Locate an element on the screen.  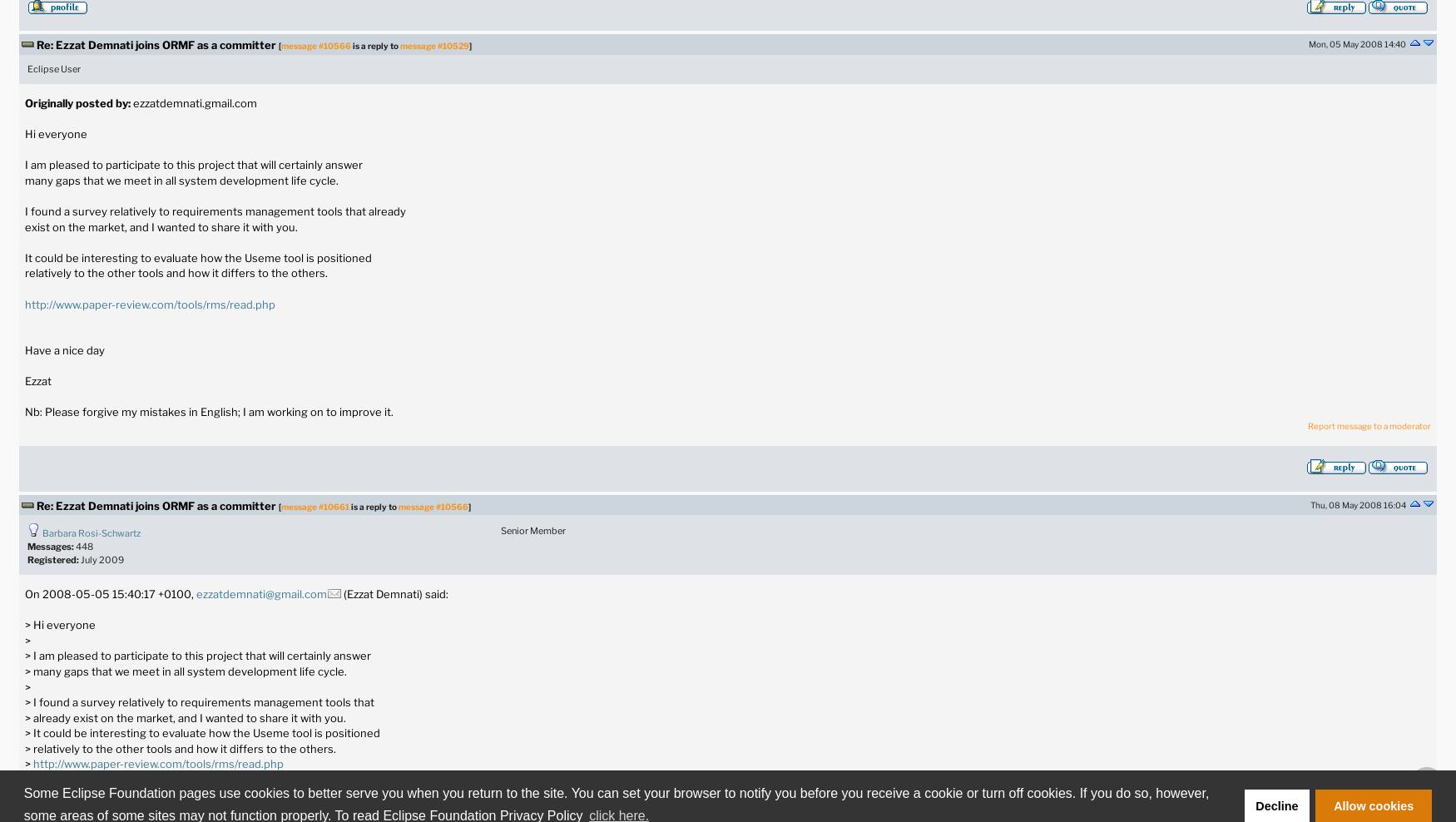
'Have a nice day' is located at coordinates (64, 349).